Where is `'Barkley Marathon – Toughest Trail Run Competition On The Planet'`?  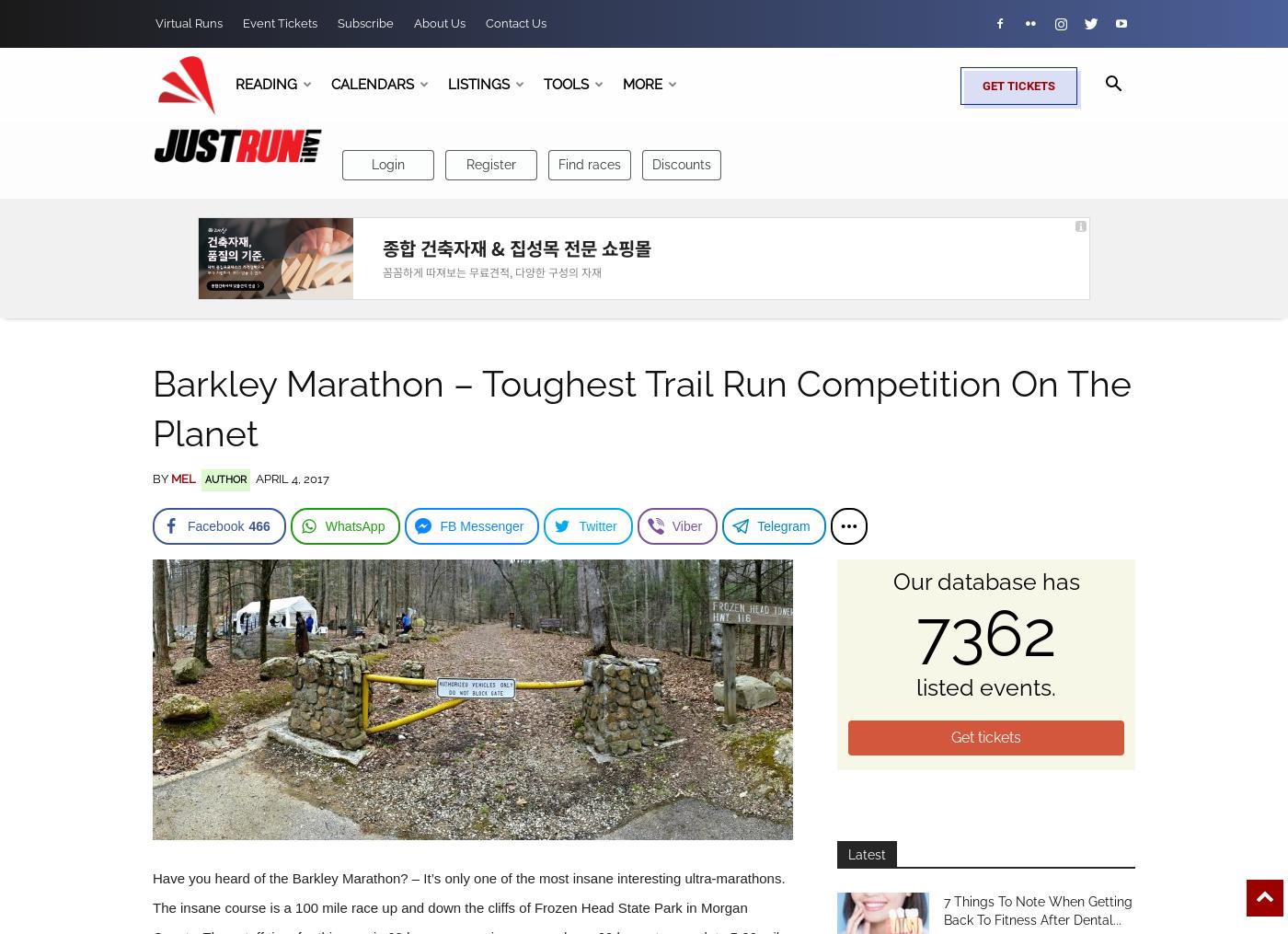
'Barkley Marathon – Toughest Trail Run Competition On The Planet' is located at coordinates (153, 407).